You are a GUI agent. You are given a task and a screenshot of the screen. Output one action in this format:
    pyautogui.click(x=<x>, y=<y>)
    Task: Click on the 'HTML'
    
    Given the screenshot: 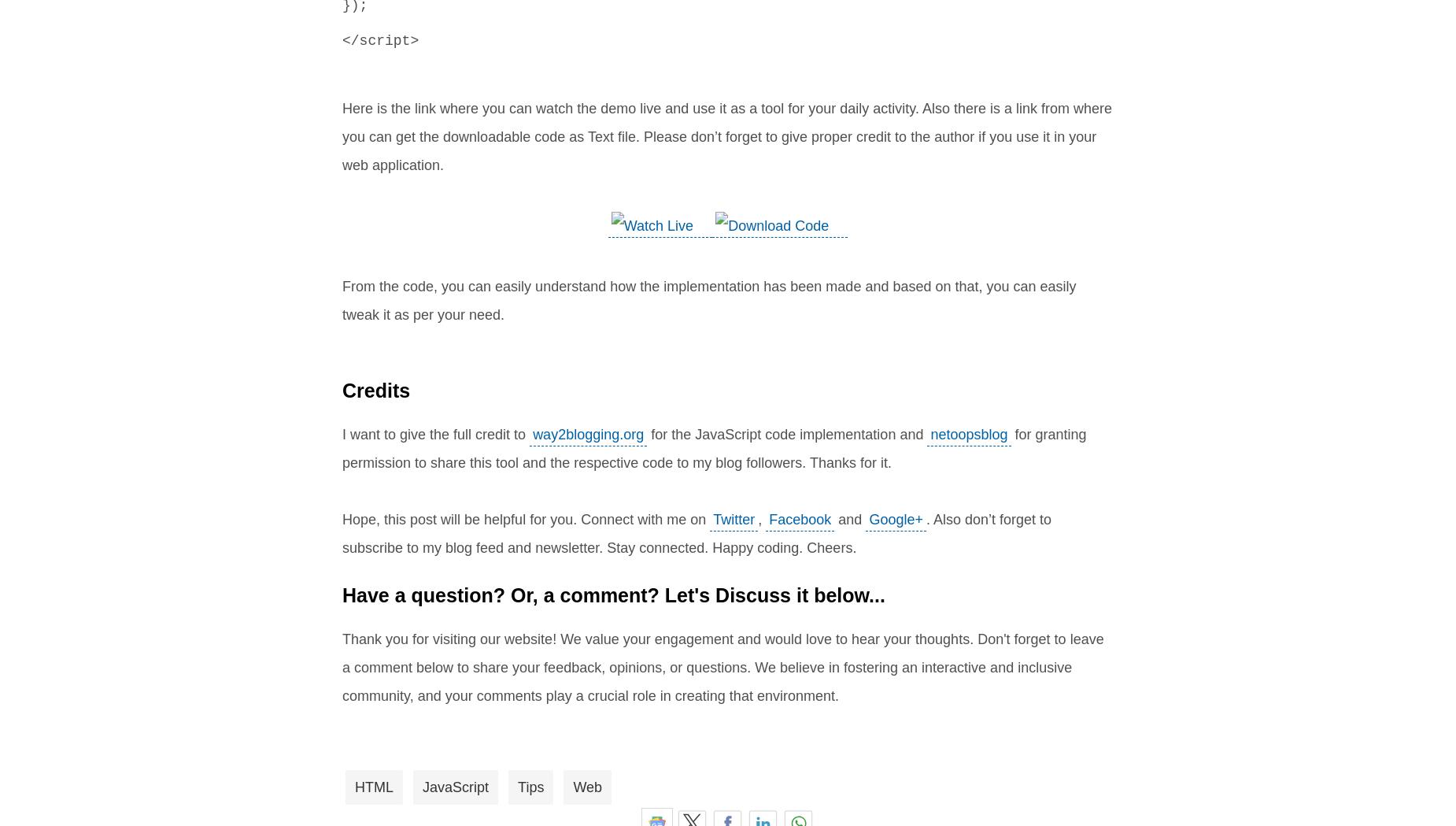 What is the action you would take?
    pyautogui.click(x=354, y=787)
    